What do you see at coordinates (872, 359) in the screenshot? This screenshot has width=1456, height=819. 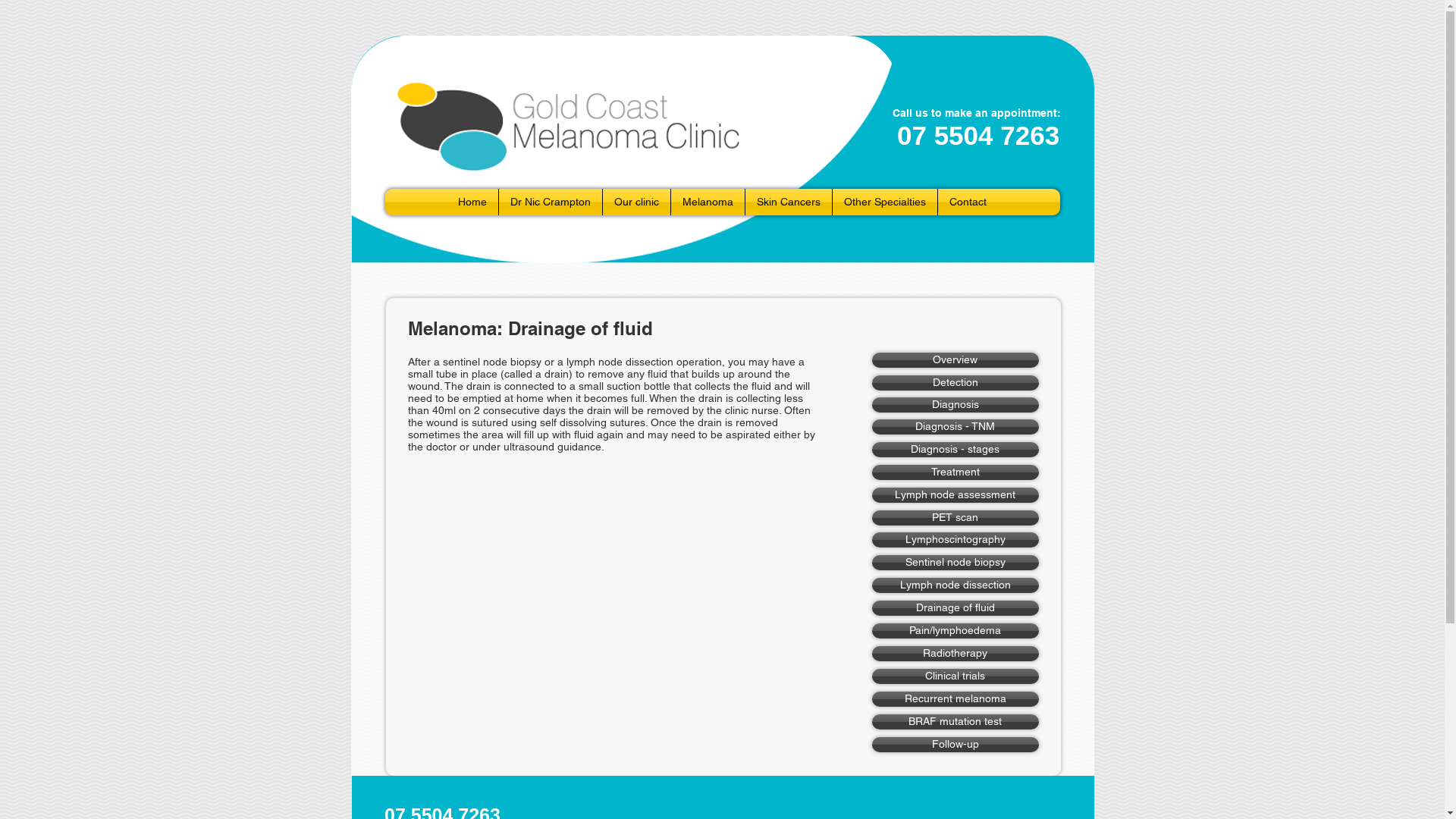 I see `'Overview'` at bounding box center [872, 359].